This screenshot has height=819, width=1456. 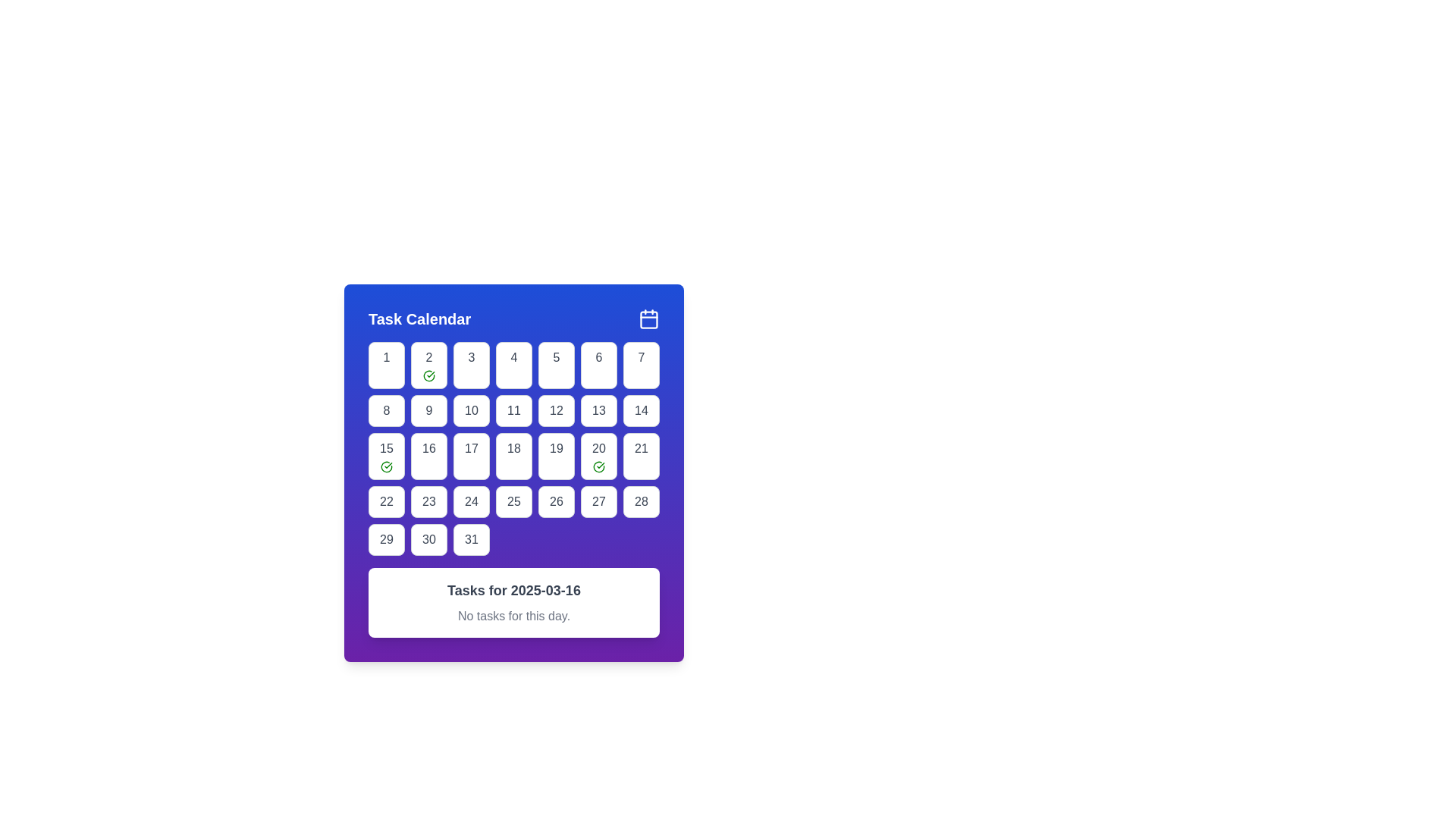 What do you see at coordinates (428, 411) in the screenshot?
I see `the button representing the 9th day of the month in the calendar interface` at bounding box center [428, 411].